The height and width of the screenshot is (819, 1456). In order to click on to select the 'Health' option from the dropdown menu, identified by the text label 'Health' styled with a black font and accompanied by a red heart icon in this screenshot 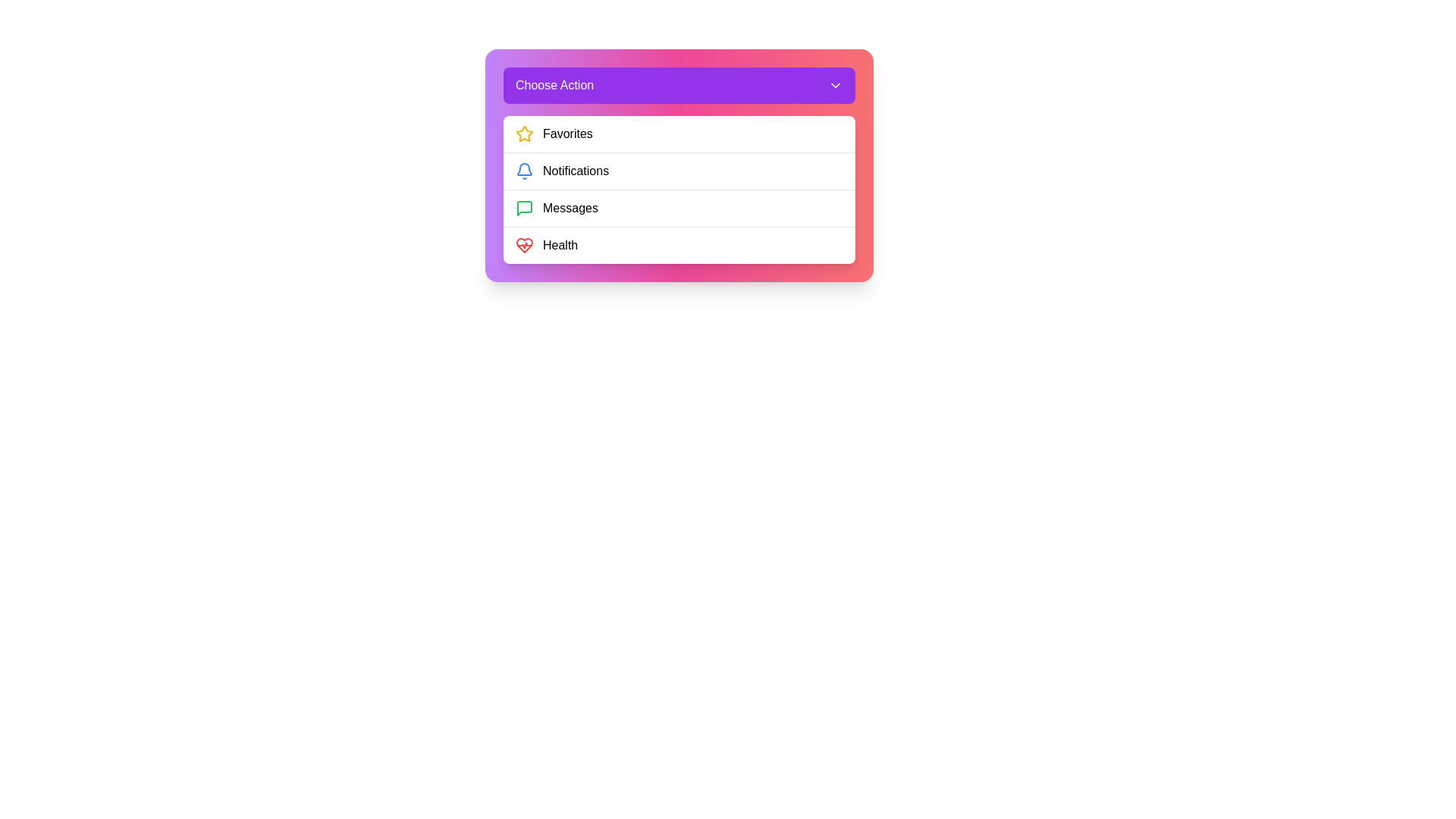, I will do `click(560, 245)`.